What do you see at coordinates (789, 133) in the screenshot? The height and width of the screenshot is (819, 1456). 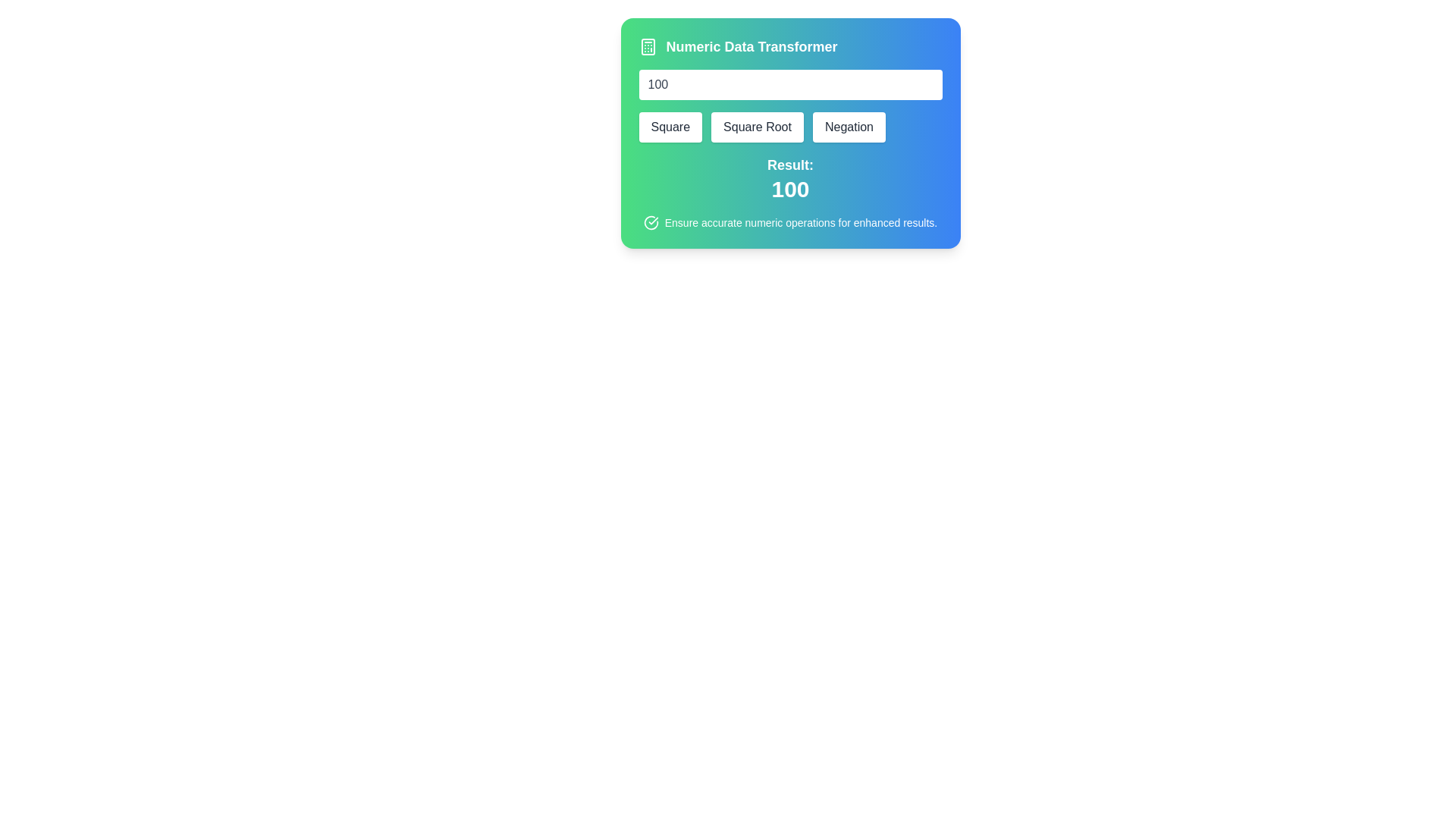 I see `the 'Square Root' button, which is the second button among three in the 'Numeric Data Transformer' component` at bounding box center [789, 133].